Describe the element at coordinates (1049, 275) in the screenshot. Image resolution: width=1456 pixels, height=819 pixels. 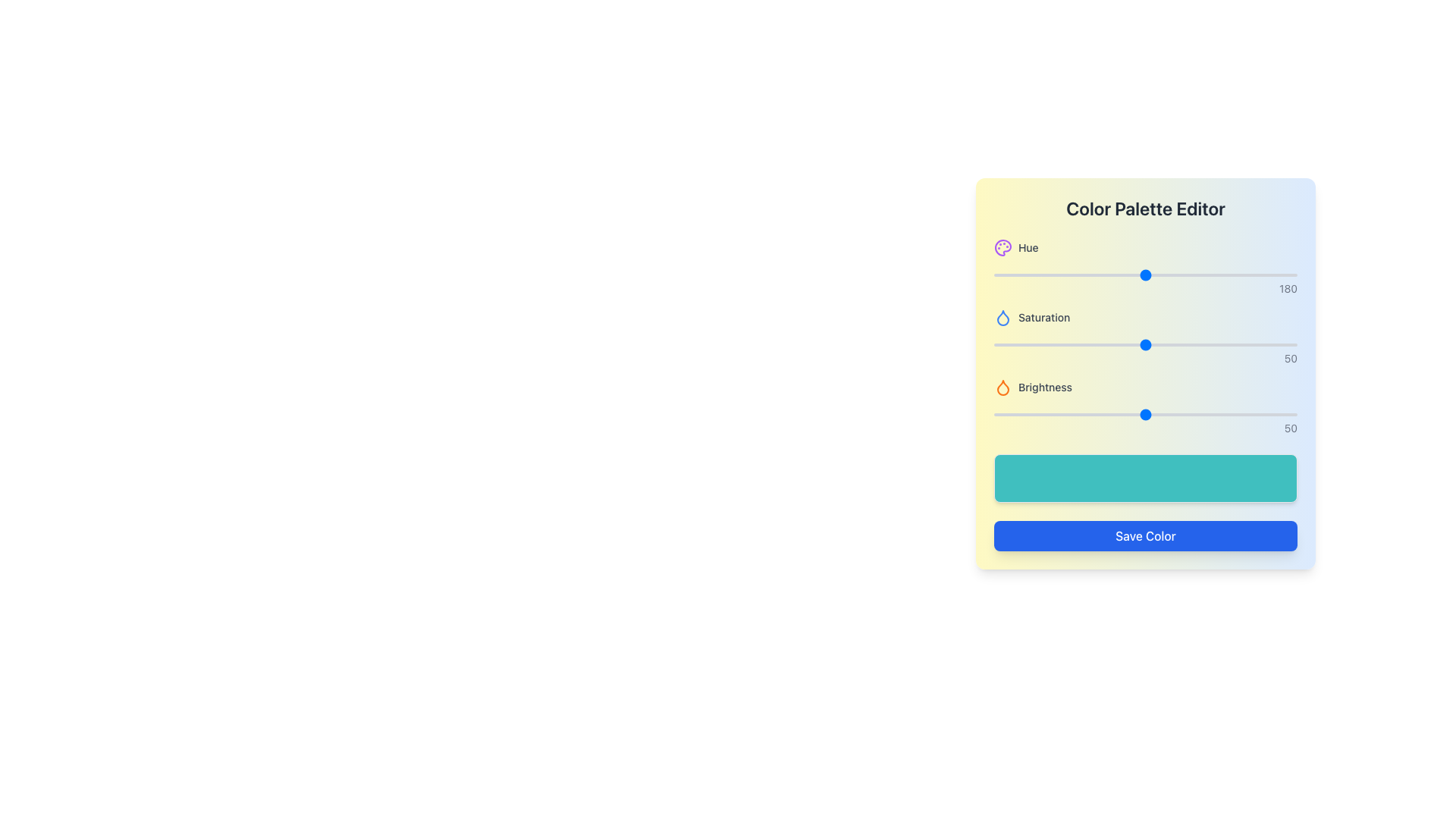
I see `the hue value` at that location.